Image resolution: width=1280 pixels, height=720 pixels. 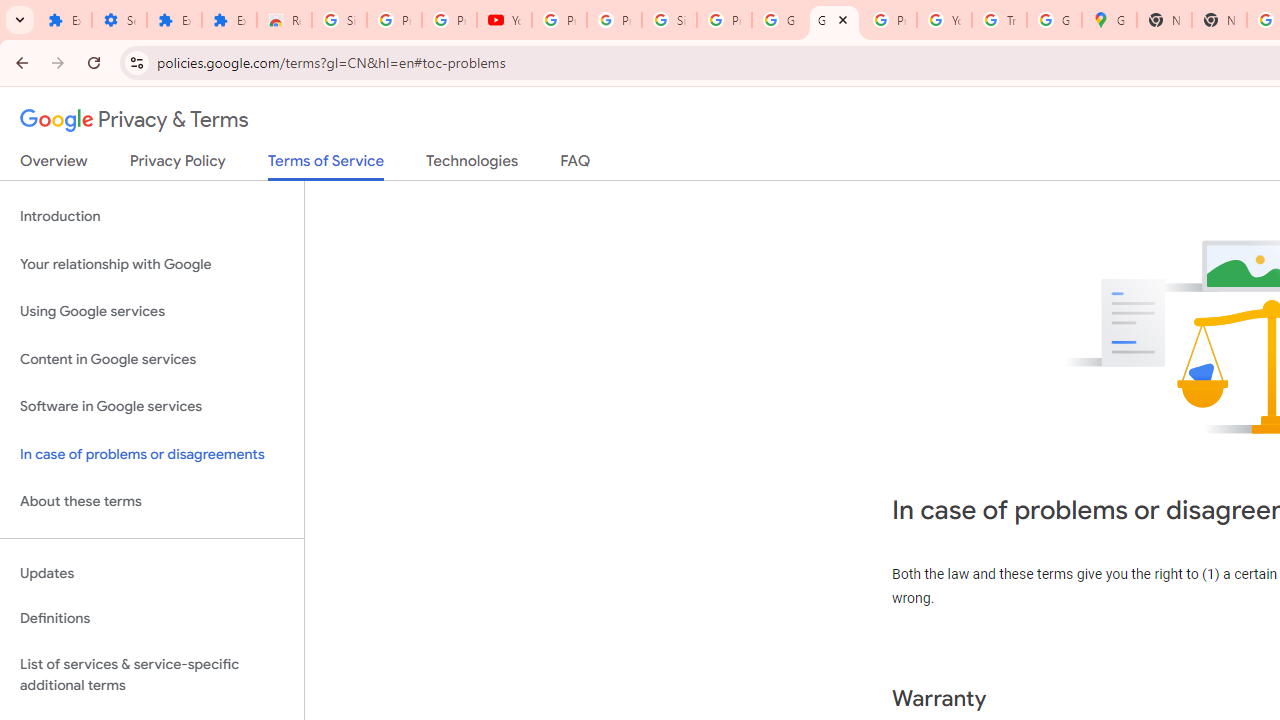 What do you see at coordinates (151, 406) in the screenshot?
I see `'Software in Google services'` at bounding box center [151, 406].